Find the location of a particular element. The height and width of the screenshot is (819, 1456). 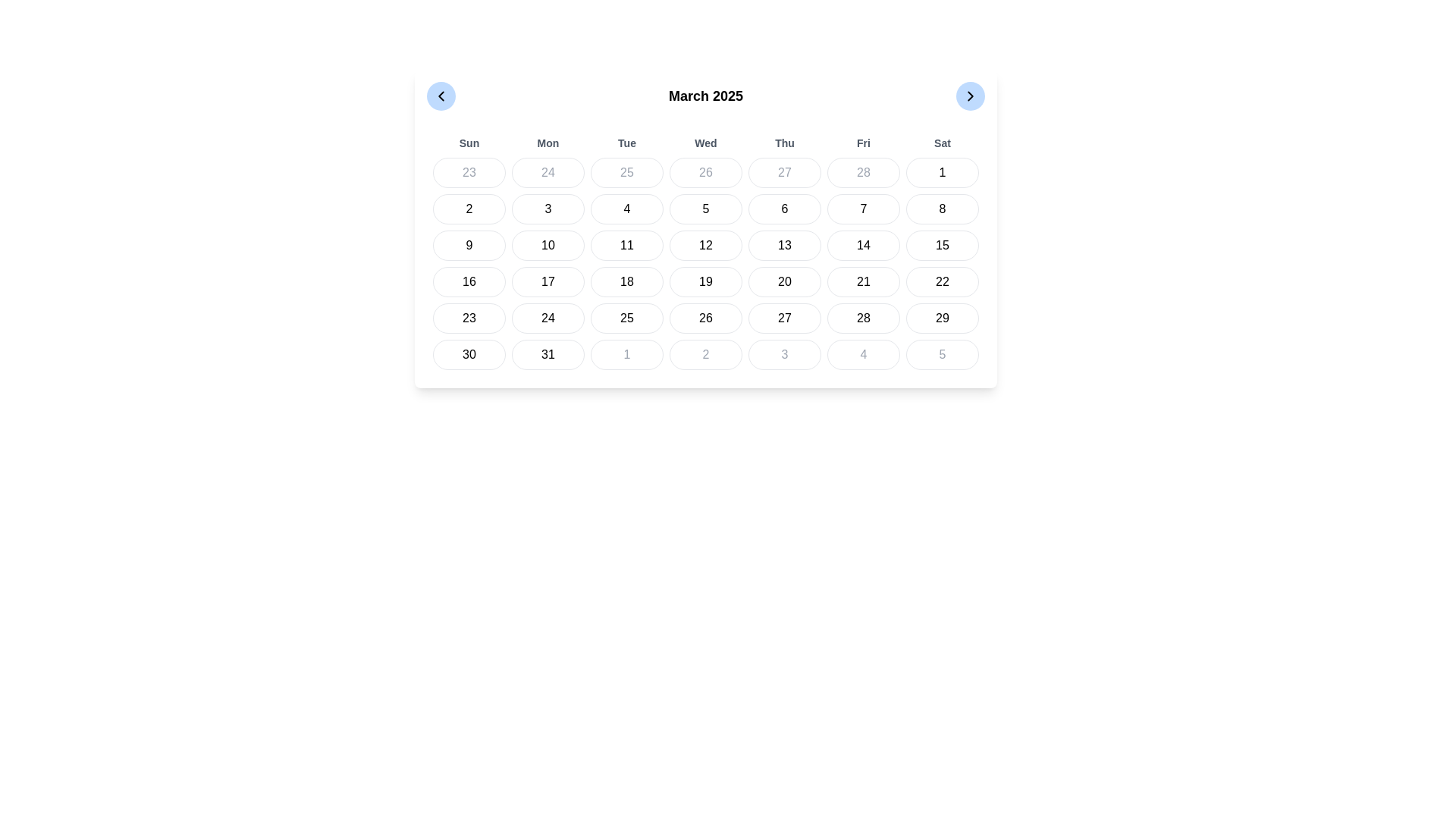

the button representing March 5, 2025 is located at coordinates (705, 209).